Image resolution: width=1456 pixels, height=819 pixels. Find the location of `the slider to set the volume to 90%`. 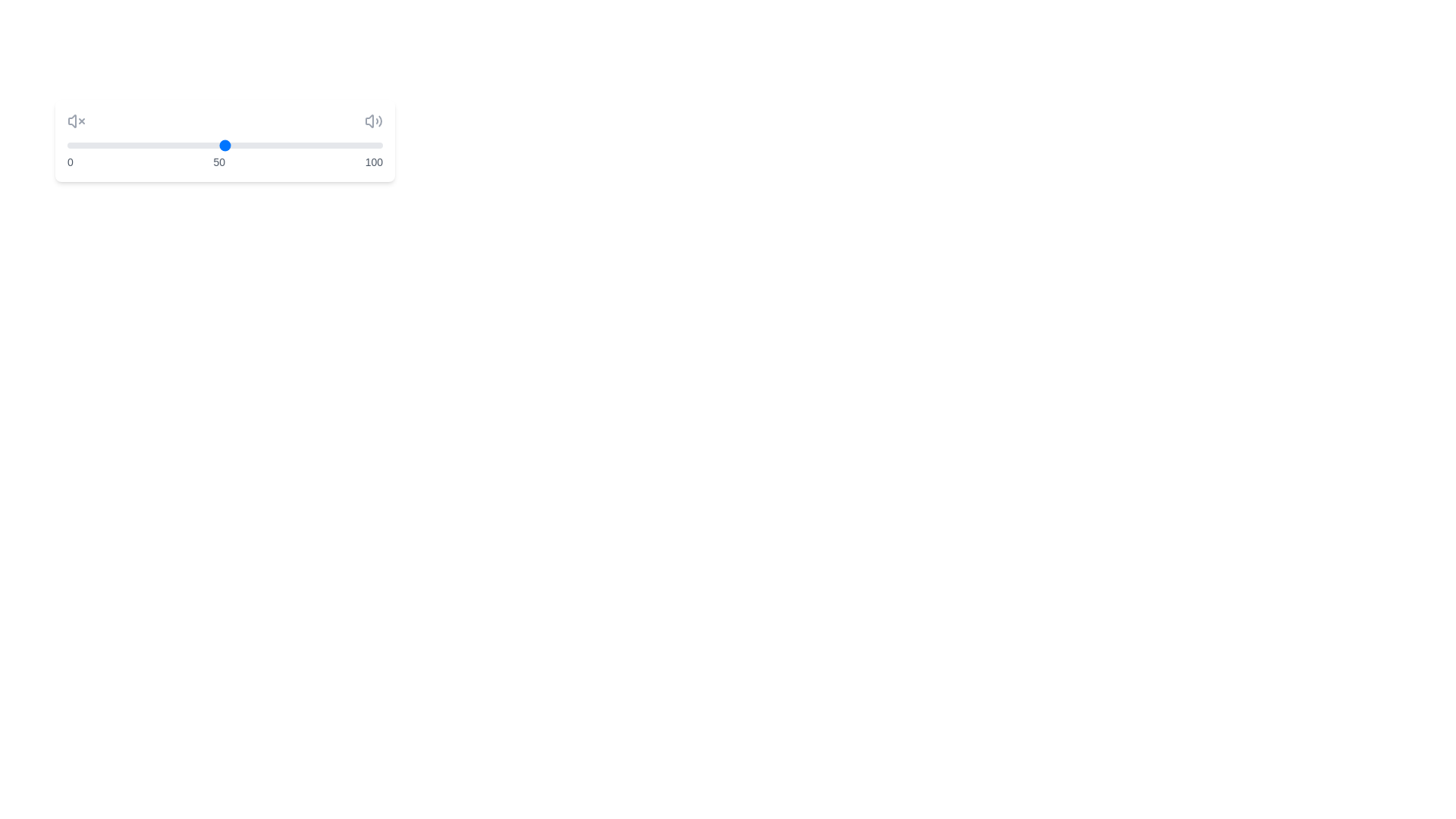

the slider to set the volume to 90% is located at coordinates (350, 146).